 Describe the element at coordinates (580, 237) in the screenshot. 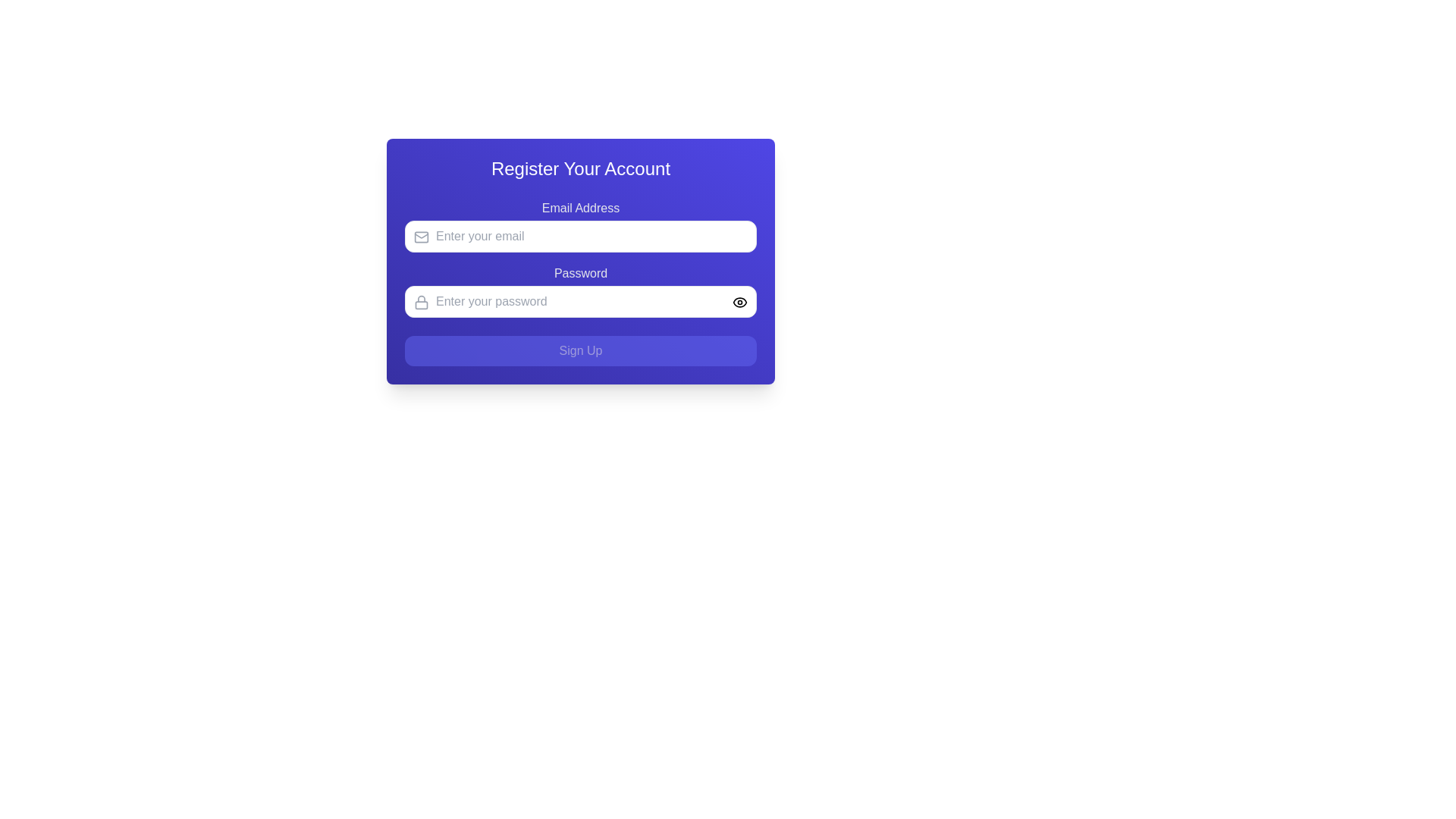

I see `the email input field located directly underneath the 'Email Address' label in the user registration form` at that location.